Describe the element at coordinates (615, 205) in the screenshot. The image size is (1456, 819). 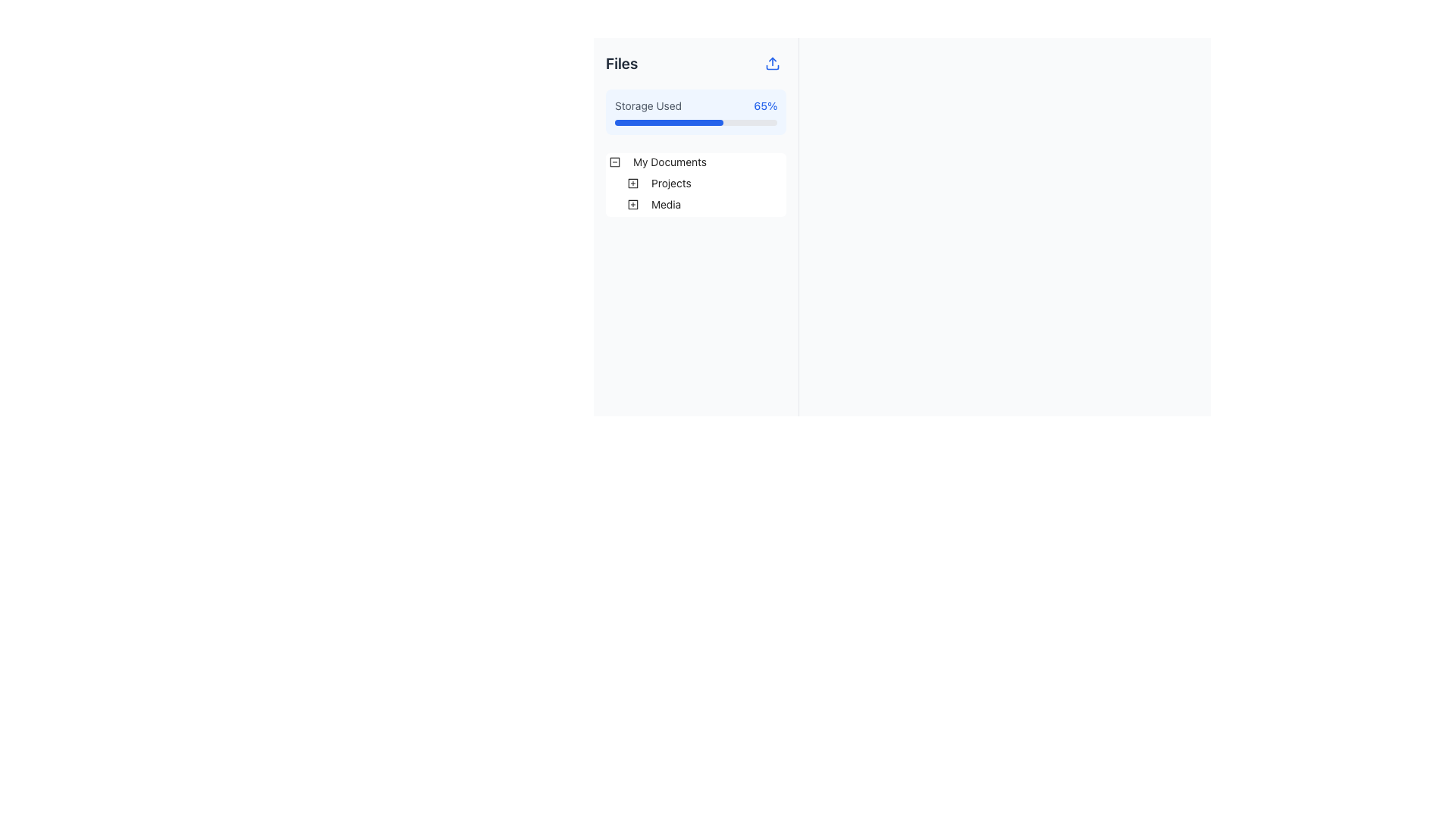
I see `the indentation guide or spacer in the tree structure that visually indicates the hierarchical level of the 'Media' item, located to the left of it` at that location.